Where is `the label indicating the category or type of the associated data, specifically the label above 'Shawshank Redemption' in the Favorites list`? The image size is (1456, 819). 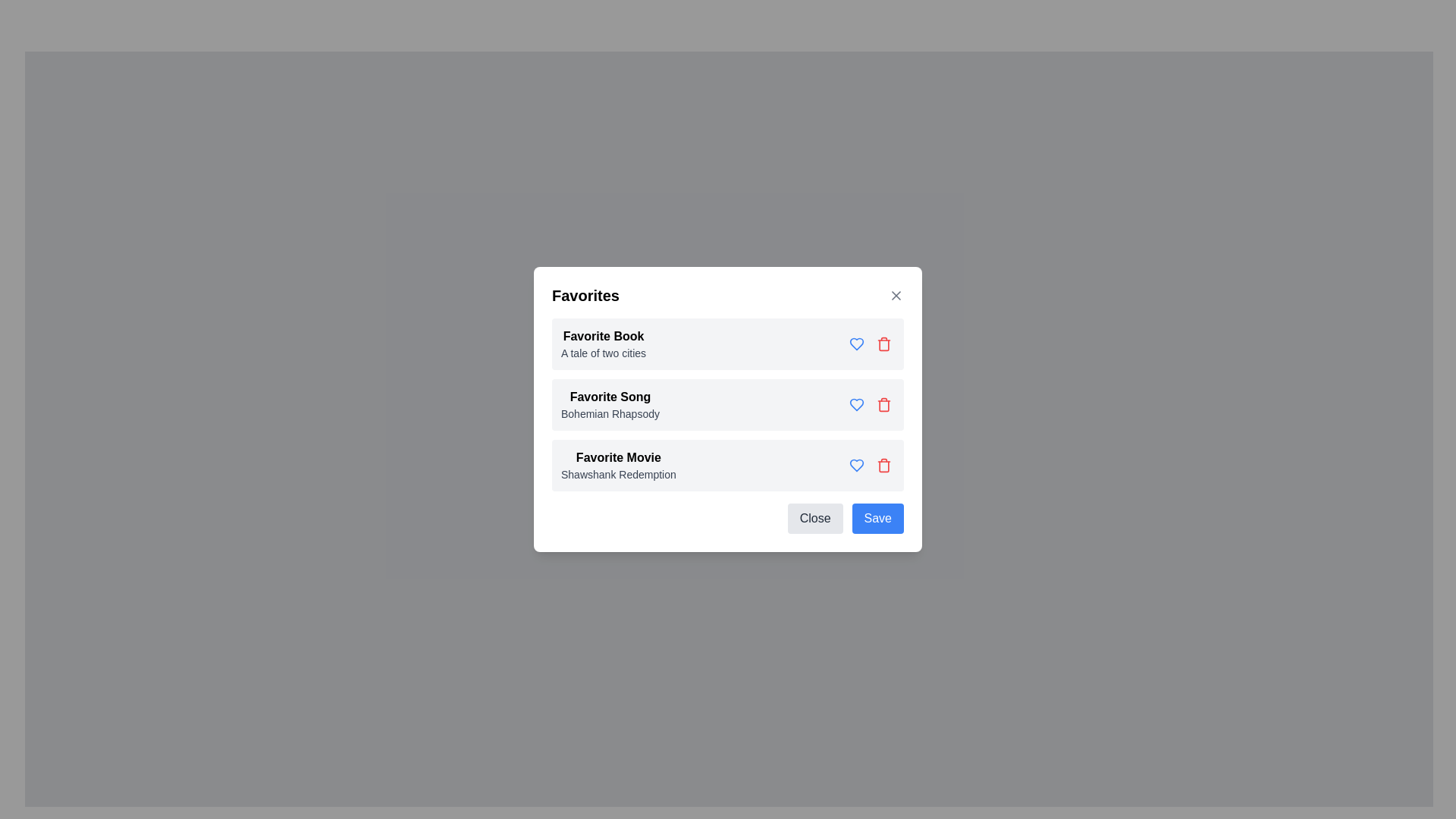
the label indicating the category or type of the associated data, specifically the label above 'Shawshank Redemption' in the Favorites list is located at coordinates (618, 457).